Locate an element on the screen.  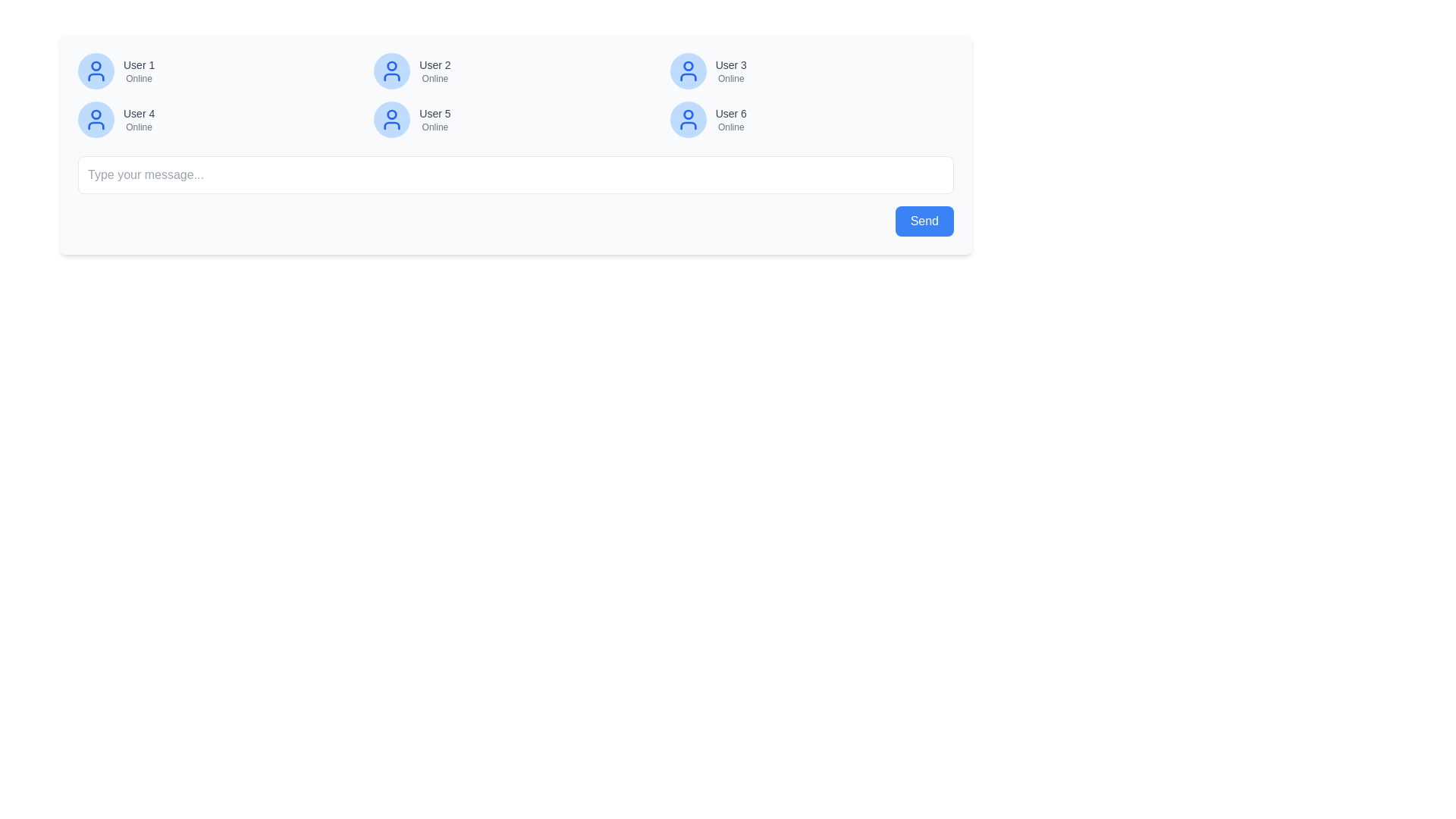
the circular icon with a light blue background and user silhouette symbol, which indicates 'User 3 Online', positioned in the third column, second row of the user status grid is located at coordinates (687, 71).